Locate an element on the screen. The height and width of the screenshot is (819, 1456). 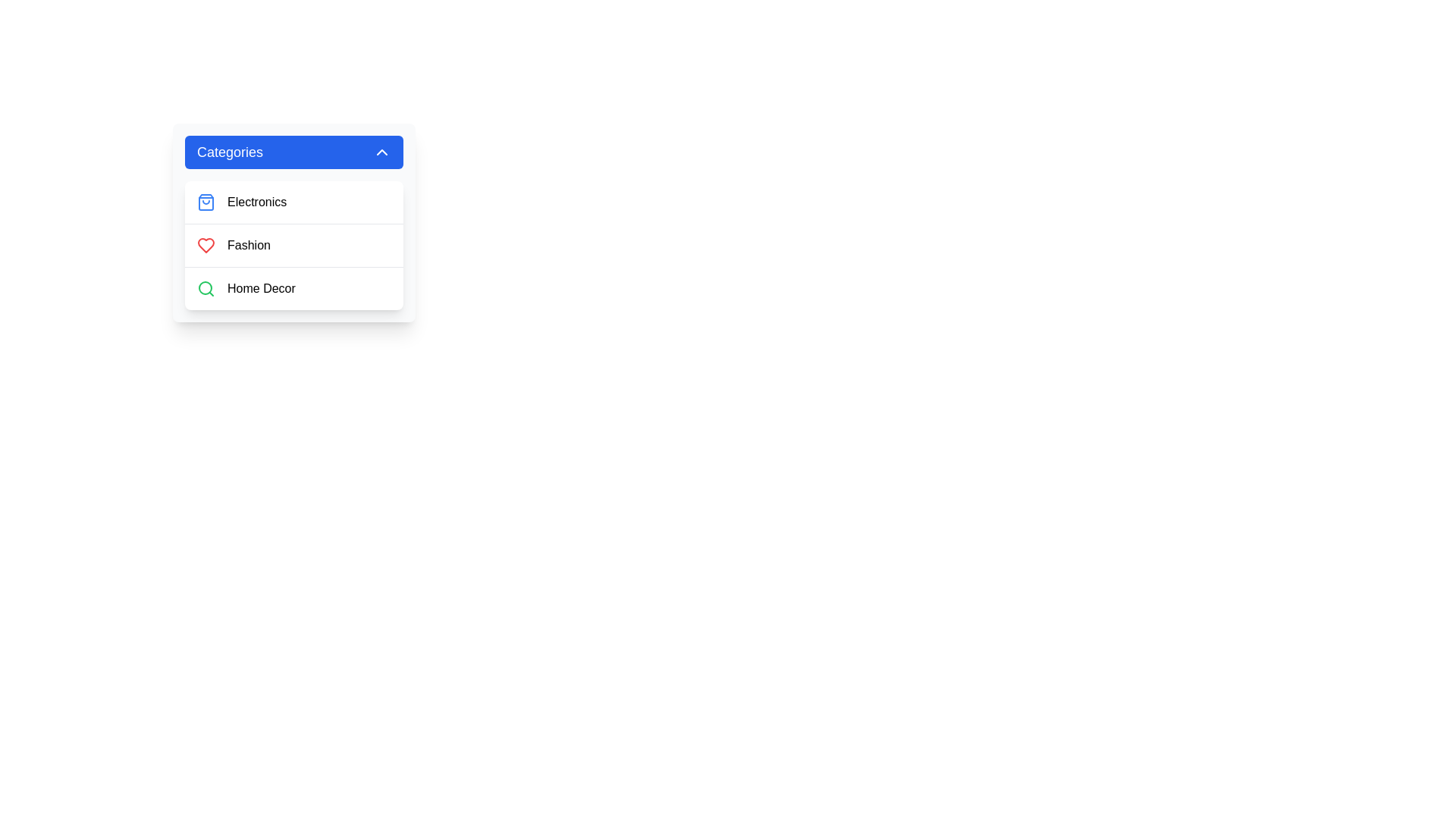
the 'Fashion' list item for keyboard navigation is located at coordinates (294, 245).